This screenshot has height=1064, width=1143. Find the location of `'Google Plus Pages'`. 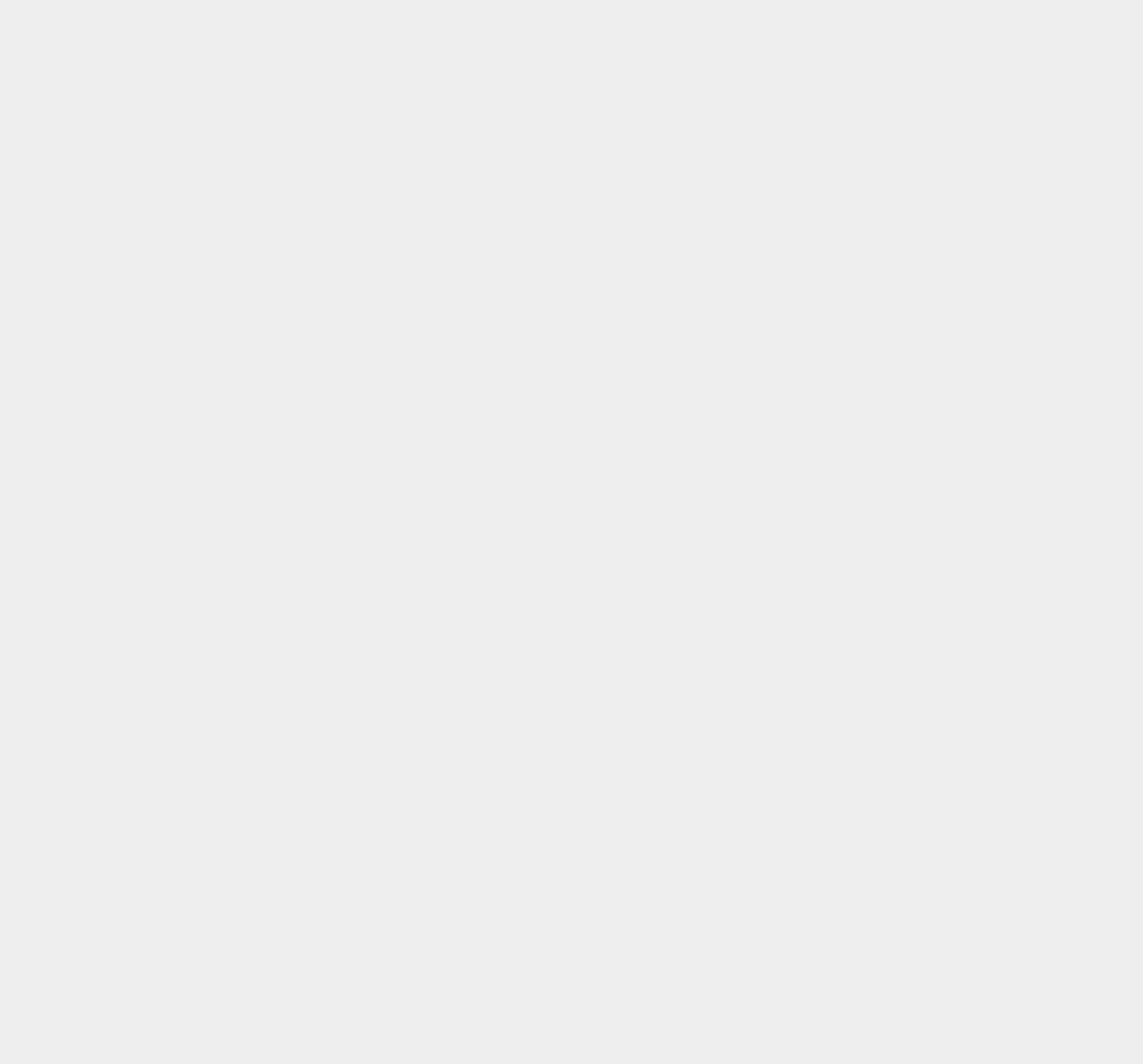

'Google Plus Pages' is located at coordinates (866, 418).